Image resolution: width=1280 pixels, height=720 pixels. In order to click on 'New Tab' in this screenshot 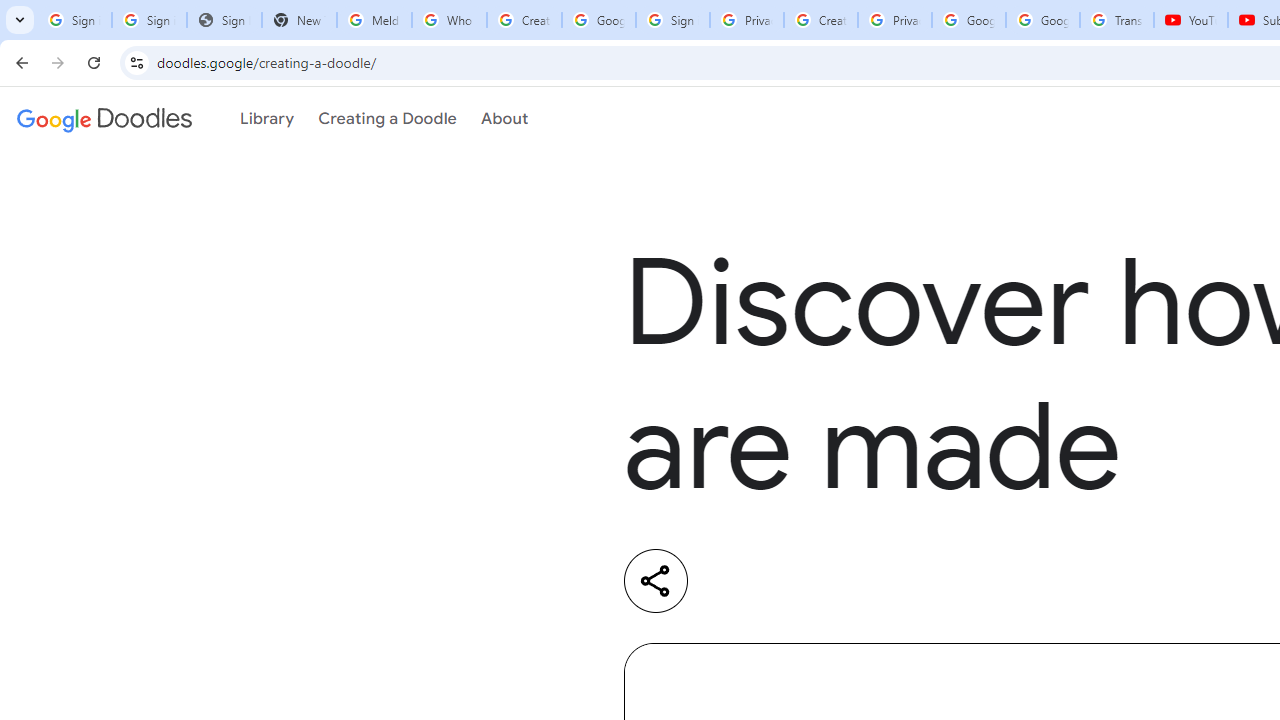, I will do `click(298, 20)`.